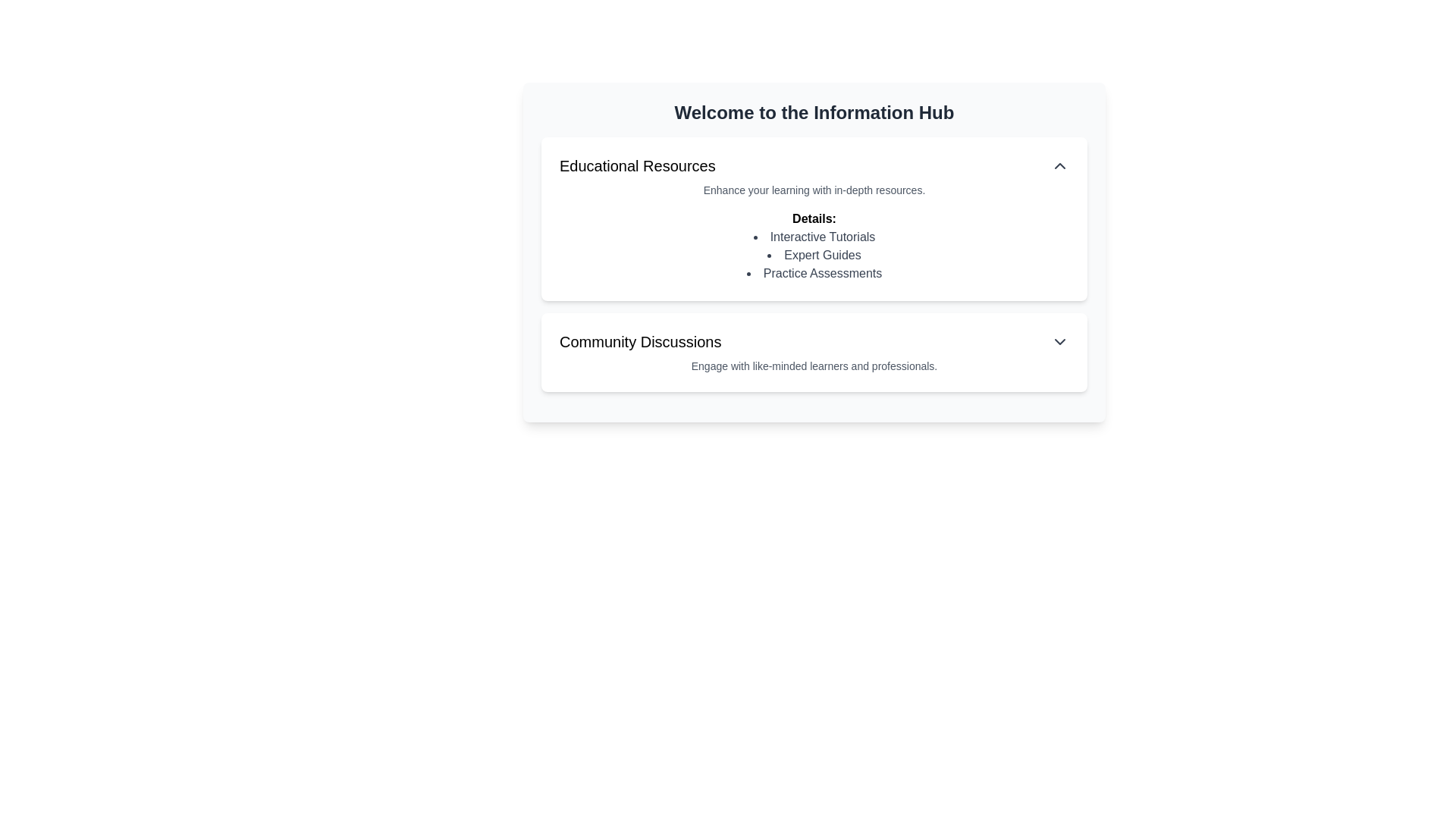  I want to click on the Text block that provides supplementary information under the 'Educational Resources' section, located directly below the 'Educational Resources' heading, so click(814, 189).